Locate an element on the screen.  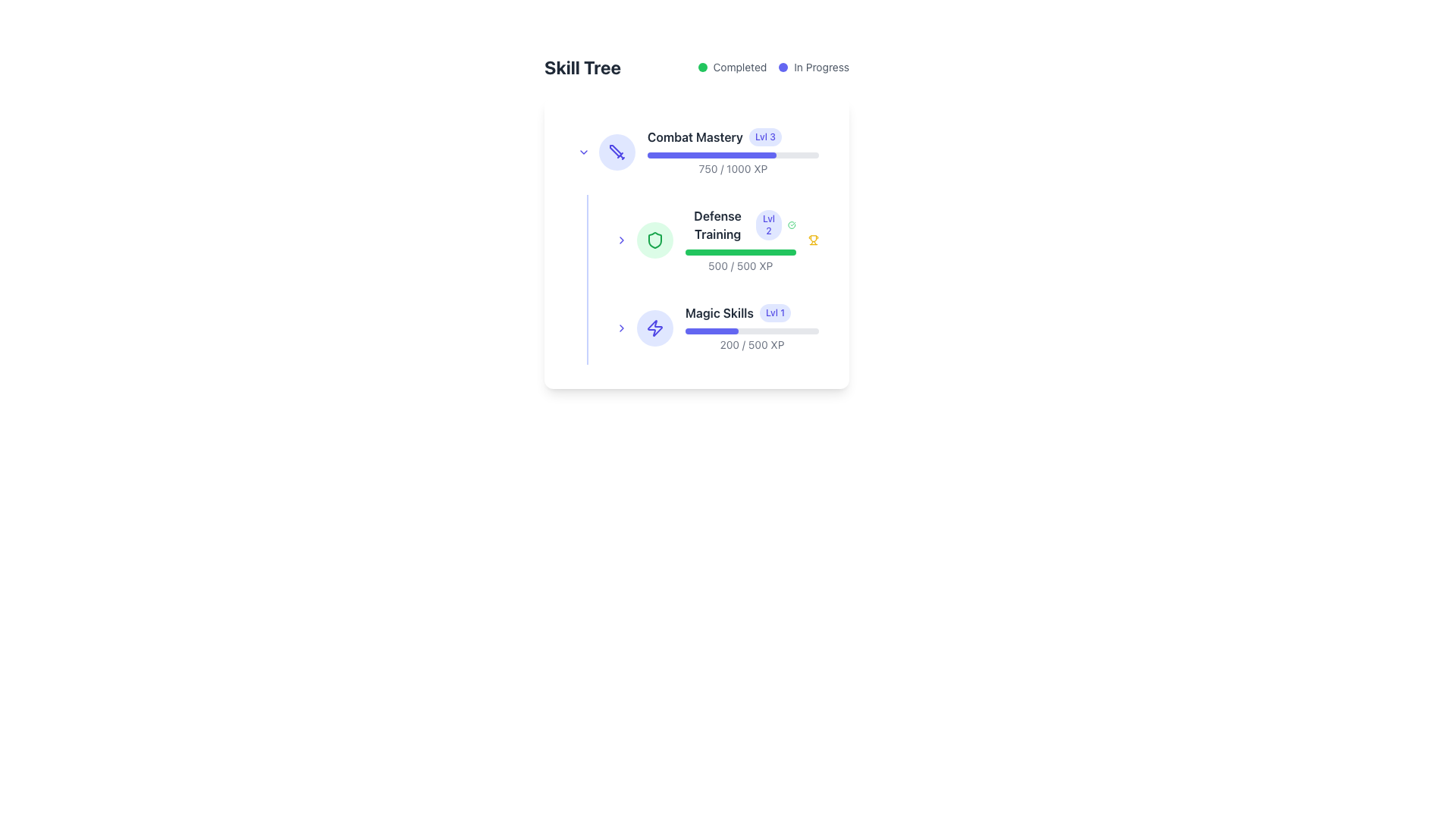
the 'Defense Training' skill name in the skillset list is located at coordinates (695, 239).